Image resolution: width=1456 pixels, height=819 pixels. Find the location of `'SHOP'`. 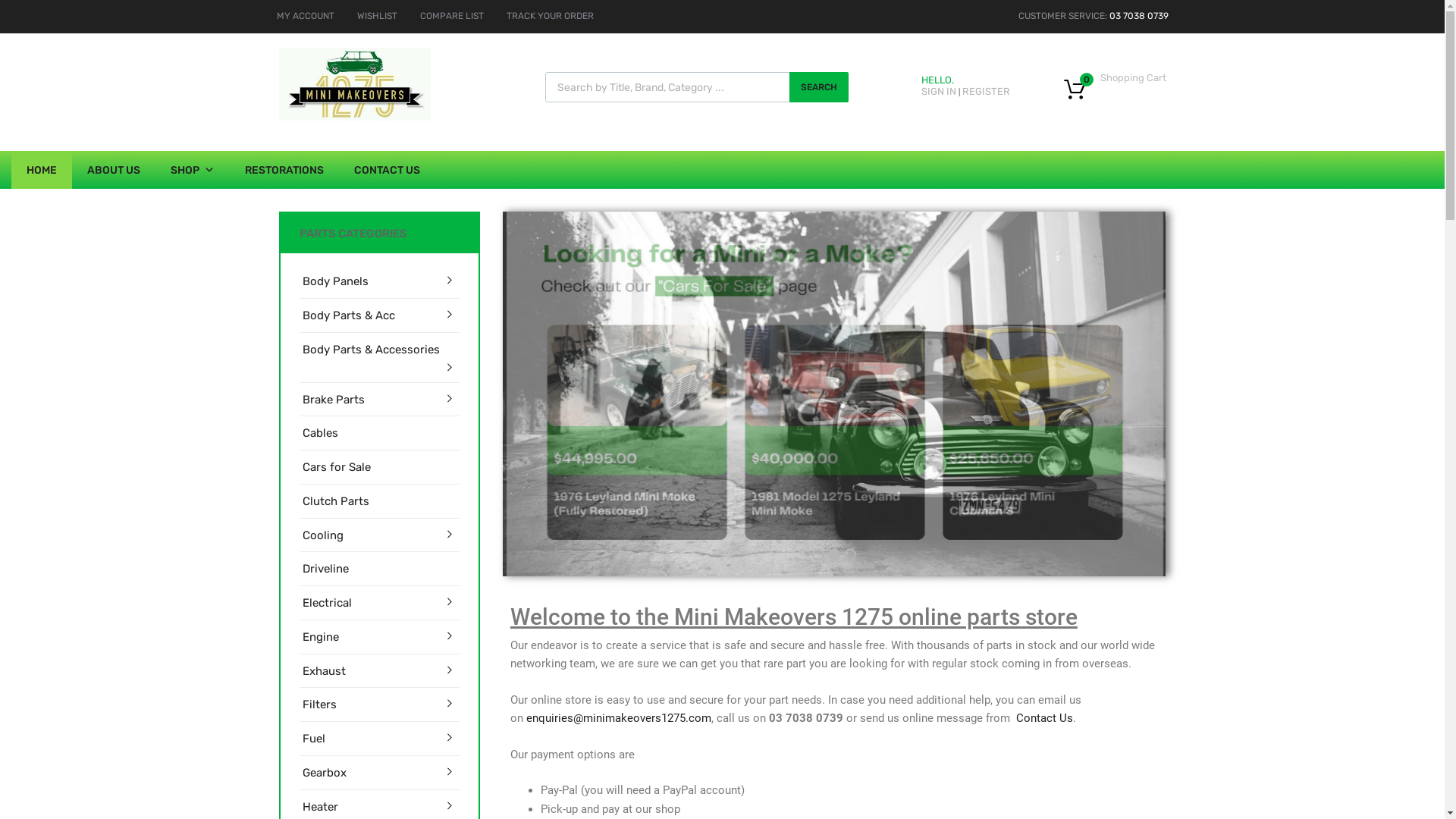

'SHOP' is located at coordinates (192, 169).